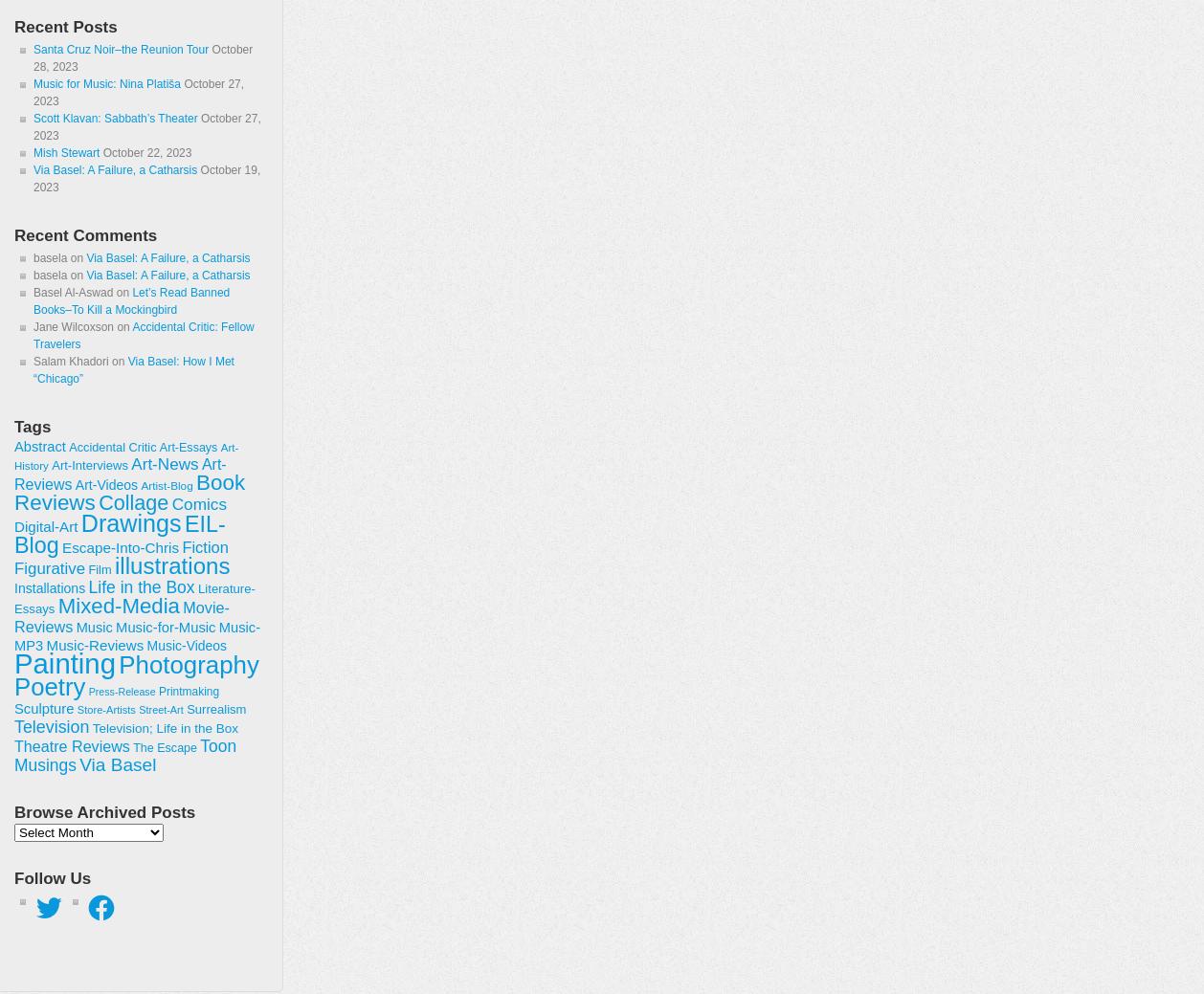  What do you see at coordinates (89, 464) in the screenshot?
I see `'Art-Interviews'` at bounding box center [89, 464].